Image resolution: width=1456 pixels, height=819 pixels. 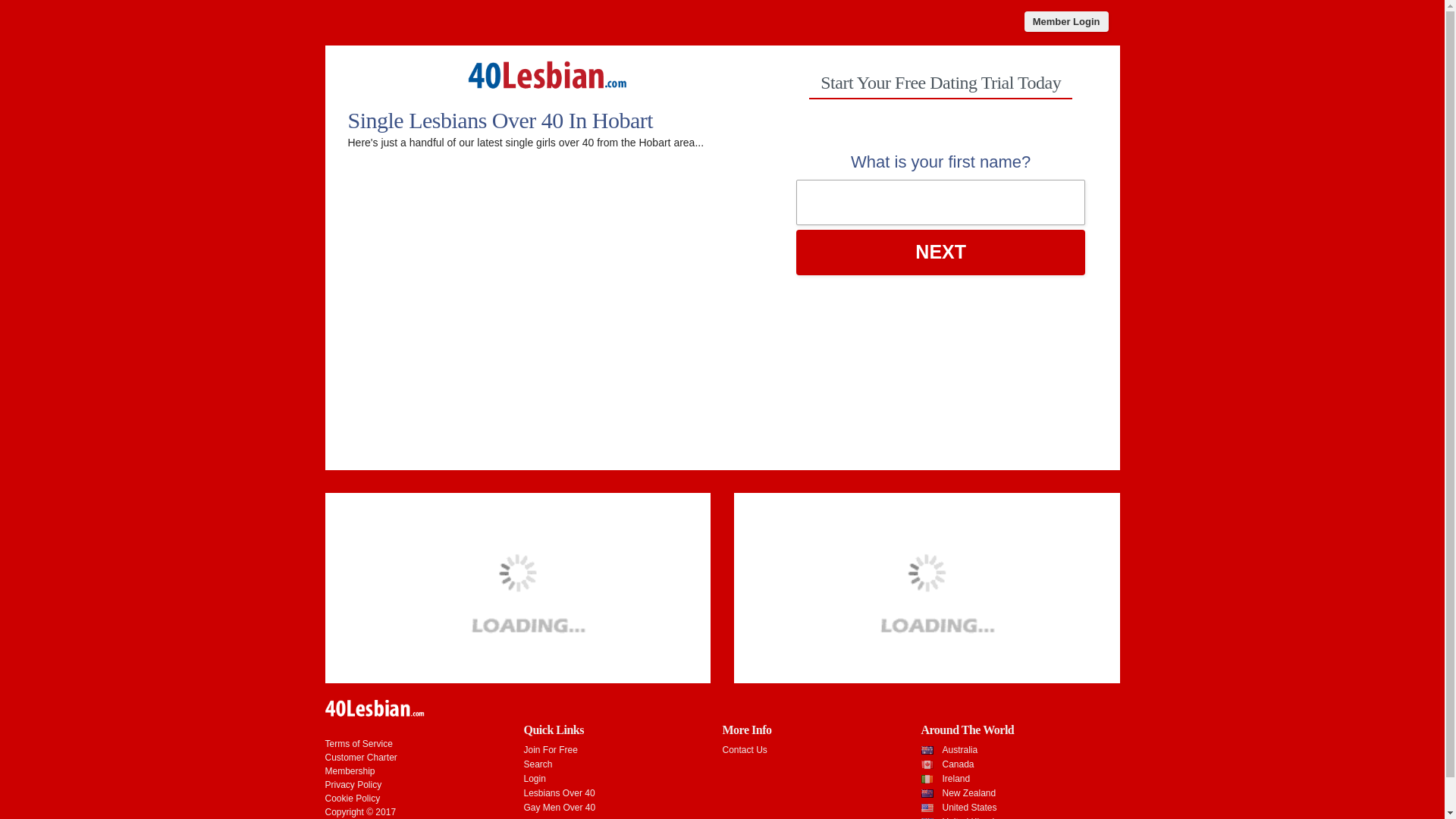 What do you see at coordinates (523, 778) in the screenshot?
I see `'Login'` at bounding box center [523, 778].